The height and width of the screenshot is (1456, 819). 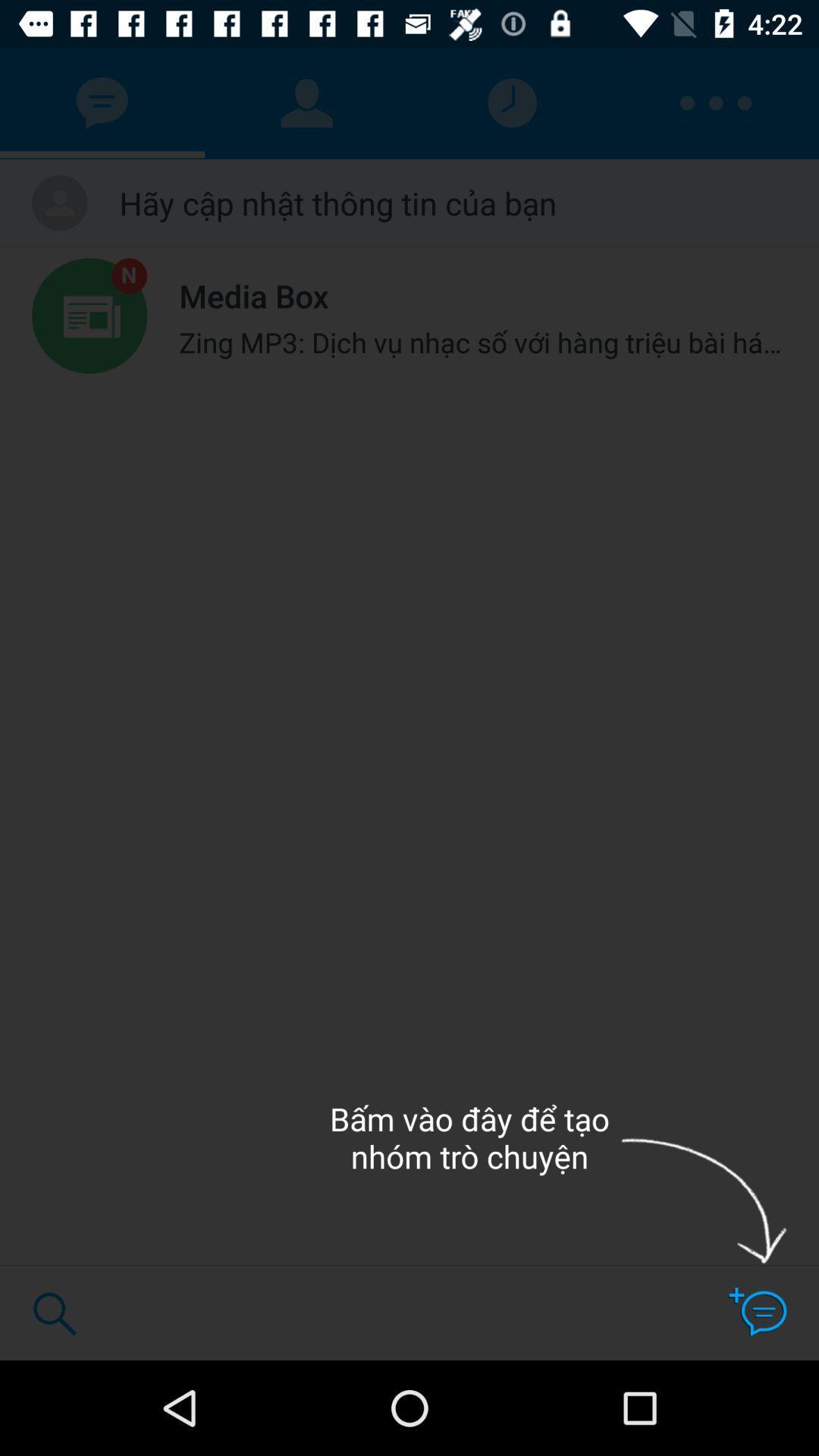 What do you see at coordinates (89, 315) in the screenshot?
I see `the image to the left of the text media box` at bounding box center [89, 315].